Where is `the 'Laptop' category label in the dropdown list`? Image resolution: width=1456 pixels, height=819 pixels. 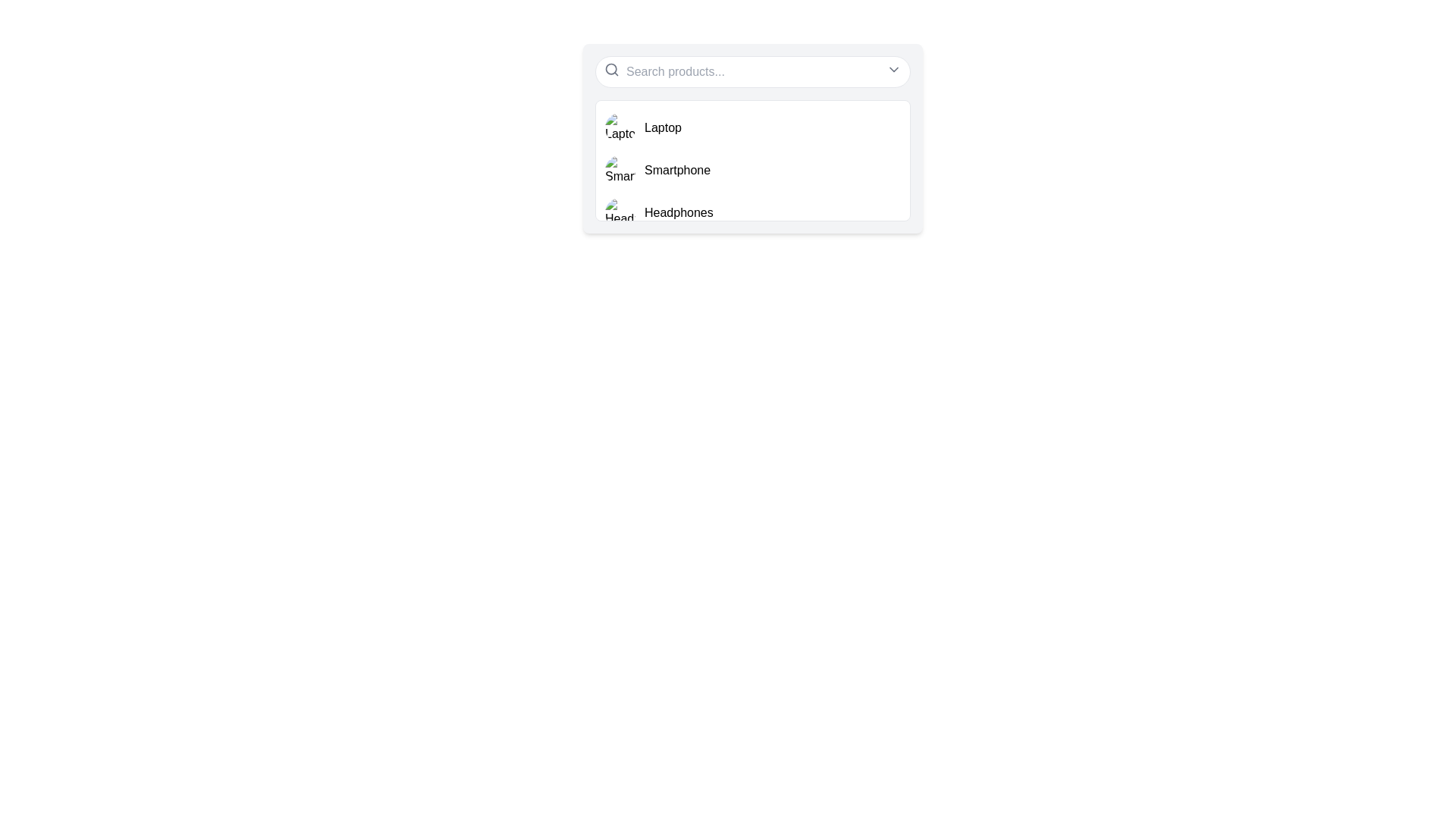 the 'Laptop' category label in the dropdown list is located at coordinates (663, 127).